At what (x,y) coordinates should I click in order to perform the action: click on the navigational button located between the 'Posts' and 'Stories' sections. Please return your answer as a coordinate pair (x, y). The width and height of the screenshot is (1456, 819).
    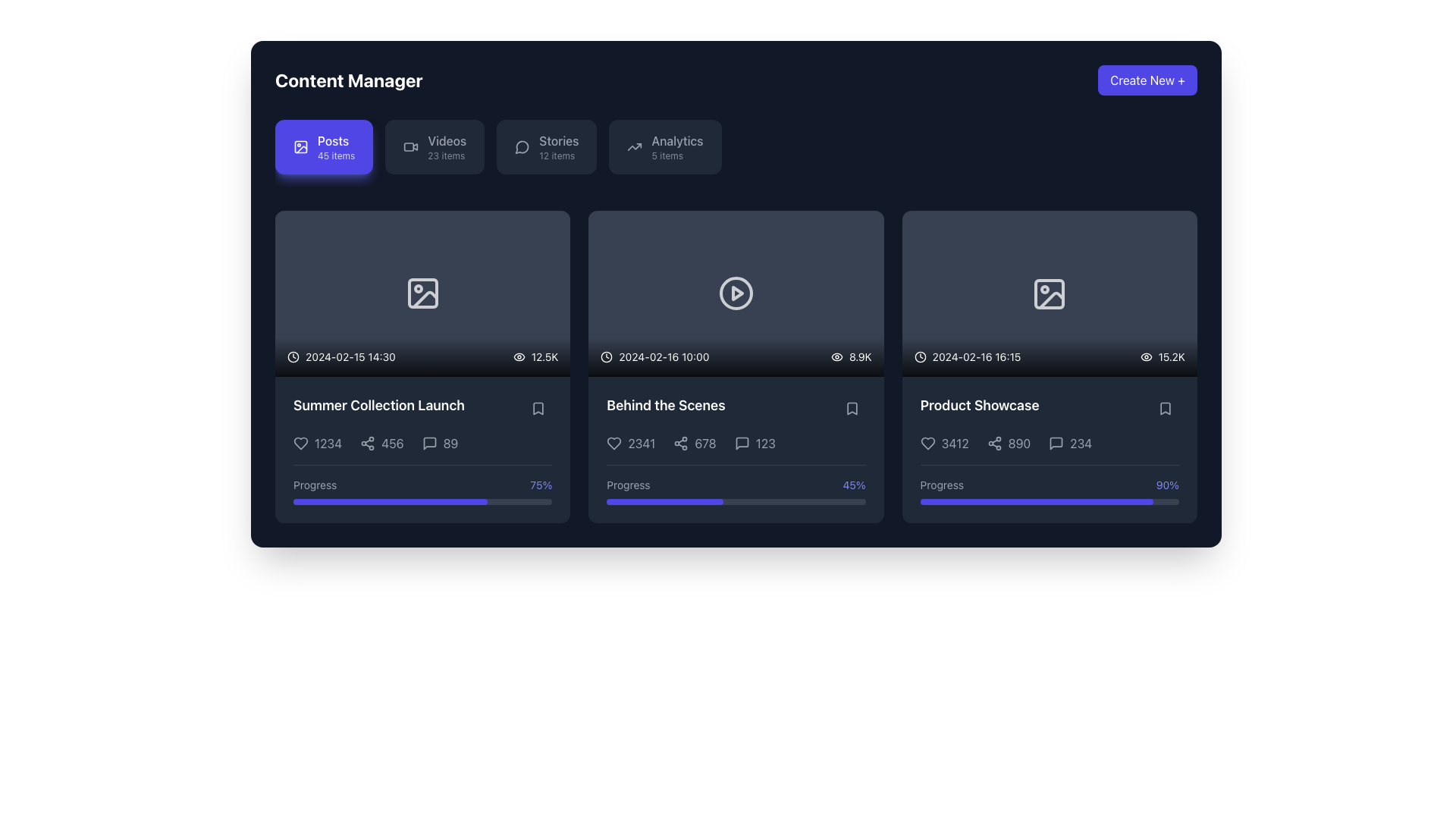
    Looking at the image, I should click on (434, 146).